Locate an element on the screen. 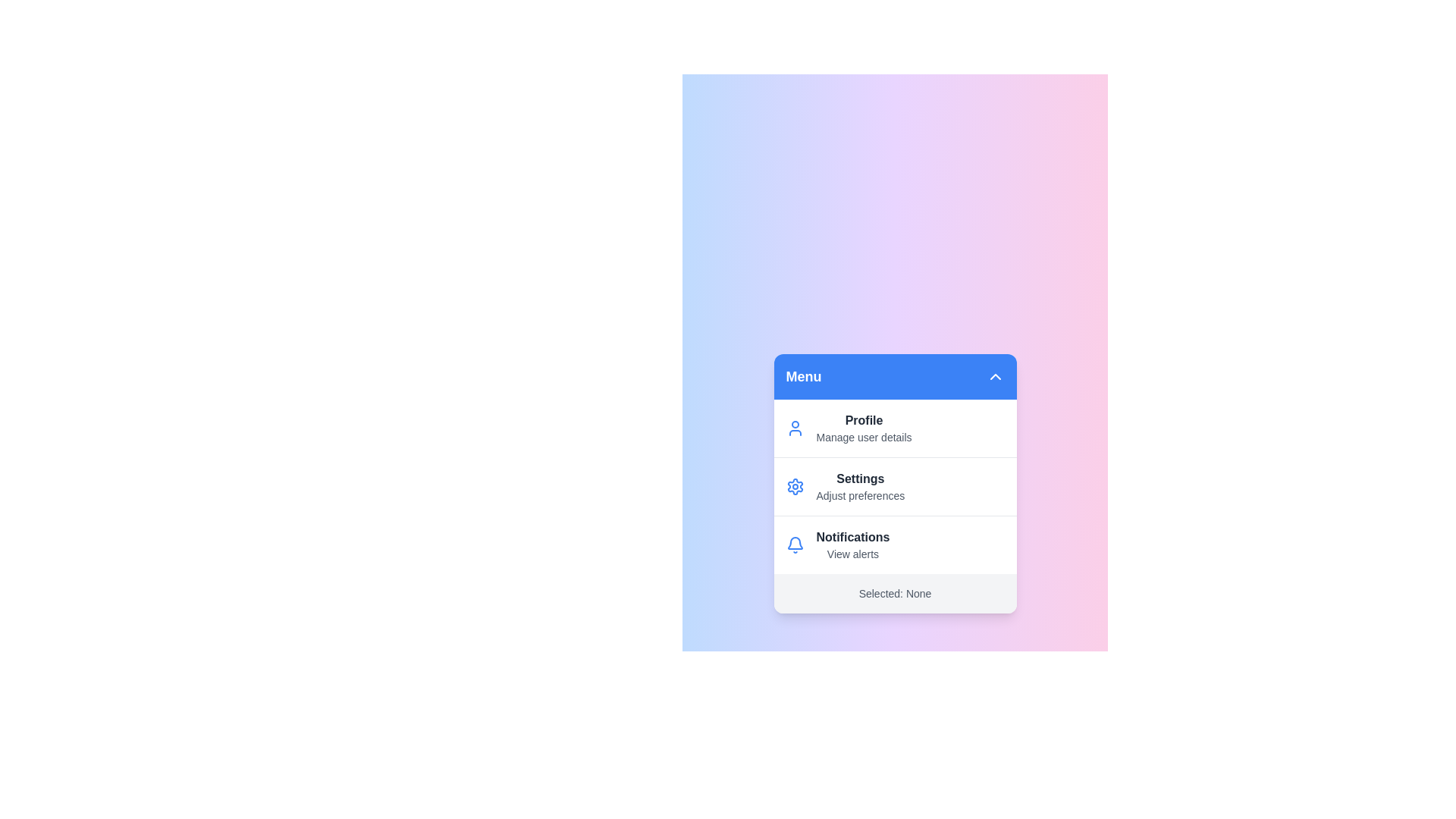 This screenshot has height=819, width=1456. the menu option Settings from the available options is located at coordinates (895, 486).